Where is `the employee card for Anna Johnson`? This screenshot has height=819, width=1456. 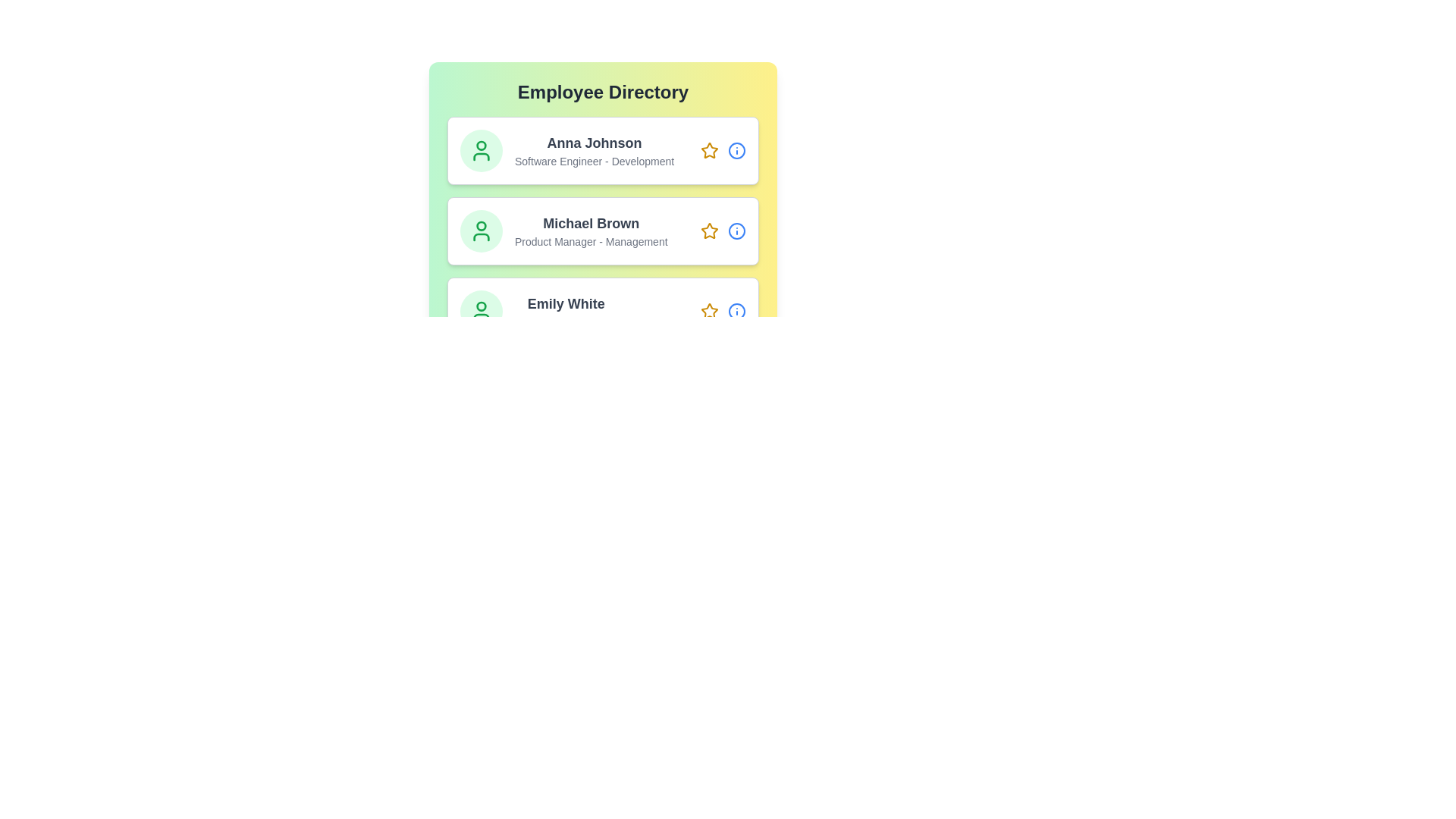 the employee card for Anna Johnson is located at coordinates (602, 151).